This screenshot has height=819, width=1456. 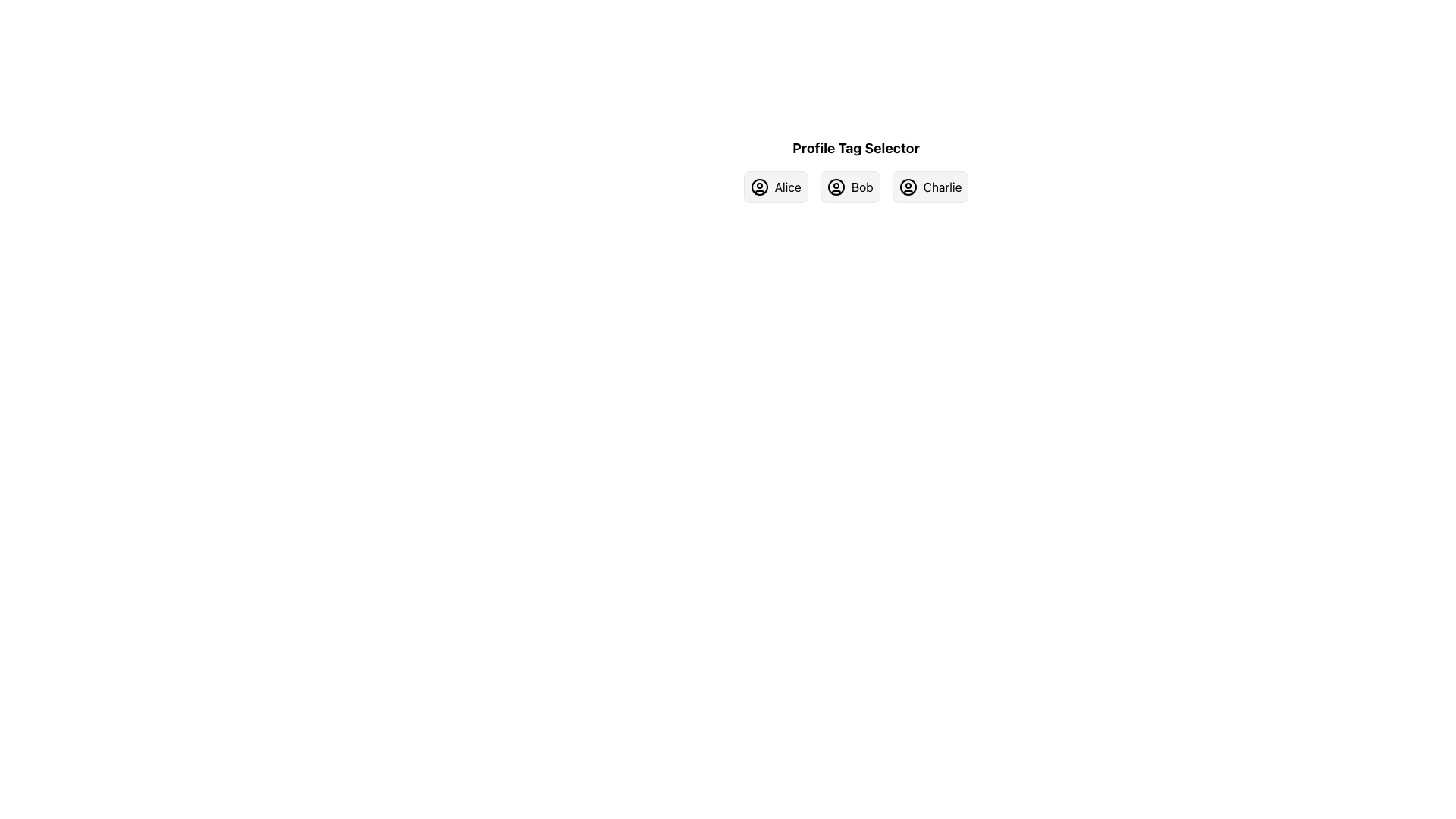 What do you see at coordinates (908, 186) in the screenshot?
I see `the SVG Circle element, which is a circular shape centered within the user icon silhouette, positioned to the right of 'Alice' and 'Bob' and above 'Charlie'` at bounding box center [908, 186].